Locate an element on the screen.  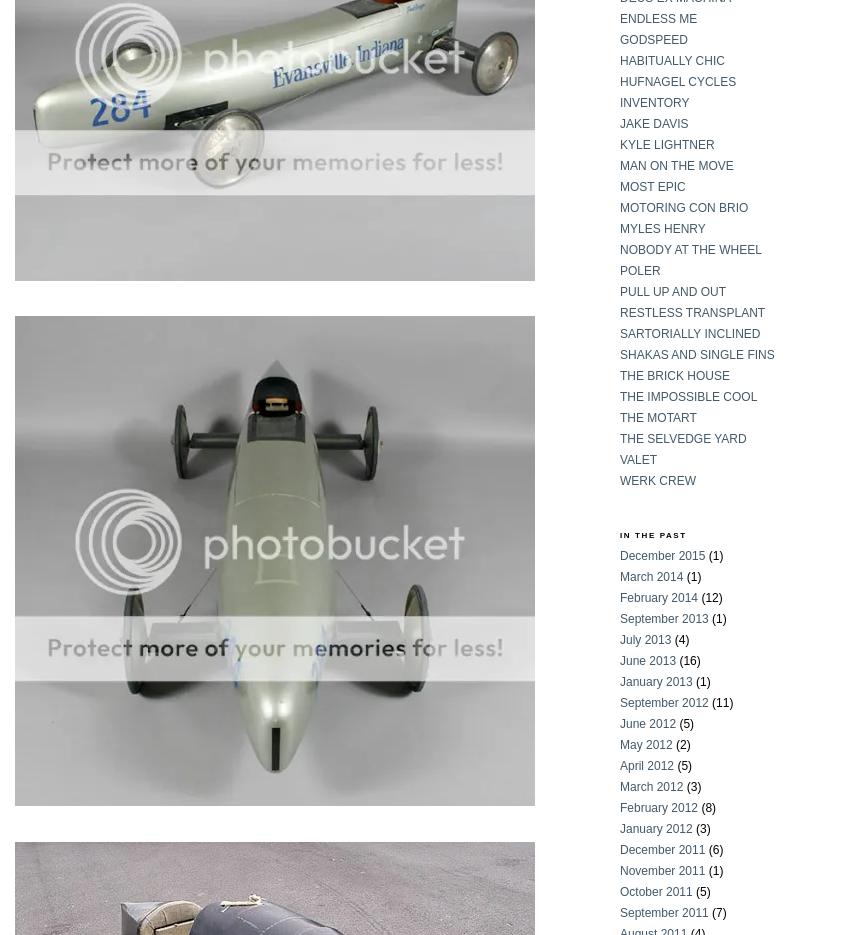
'(16)' is located at coordinates (686, 661).